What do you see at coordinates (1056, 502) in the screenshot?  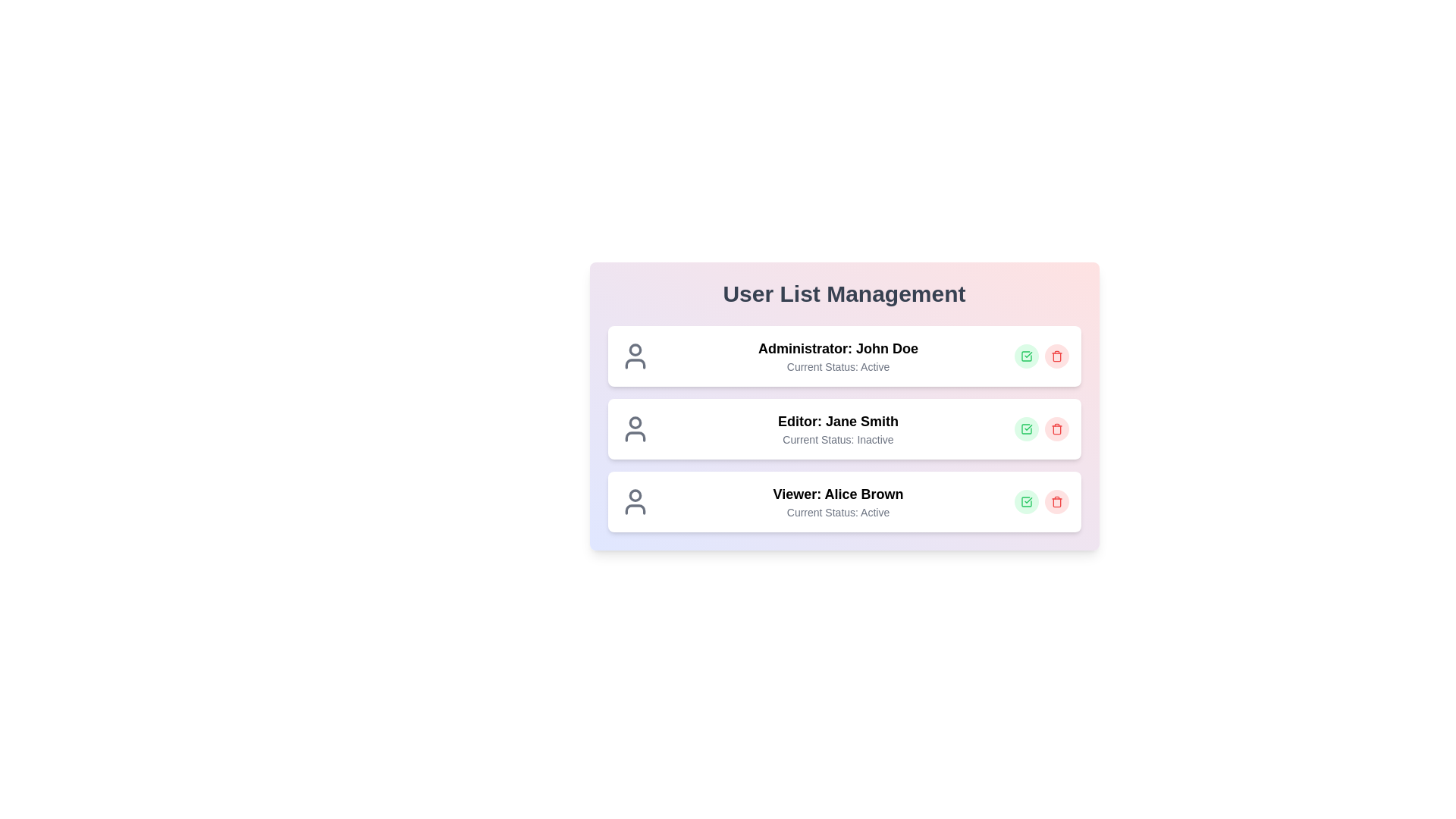 I see `the delete button located at the right end of the third entry in a vertically stacked list of user roles` at bounding box center [1056, 502].